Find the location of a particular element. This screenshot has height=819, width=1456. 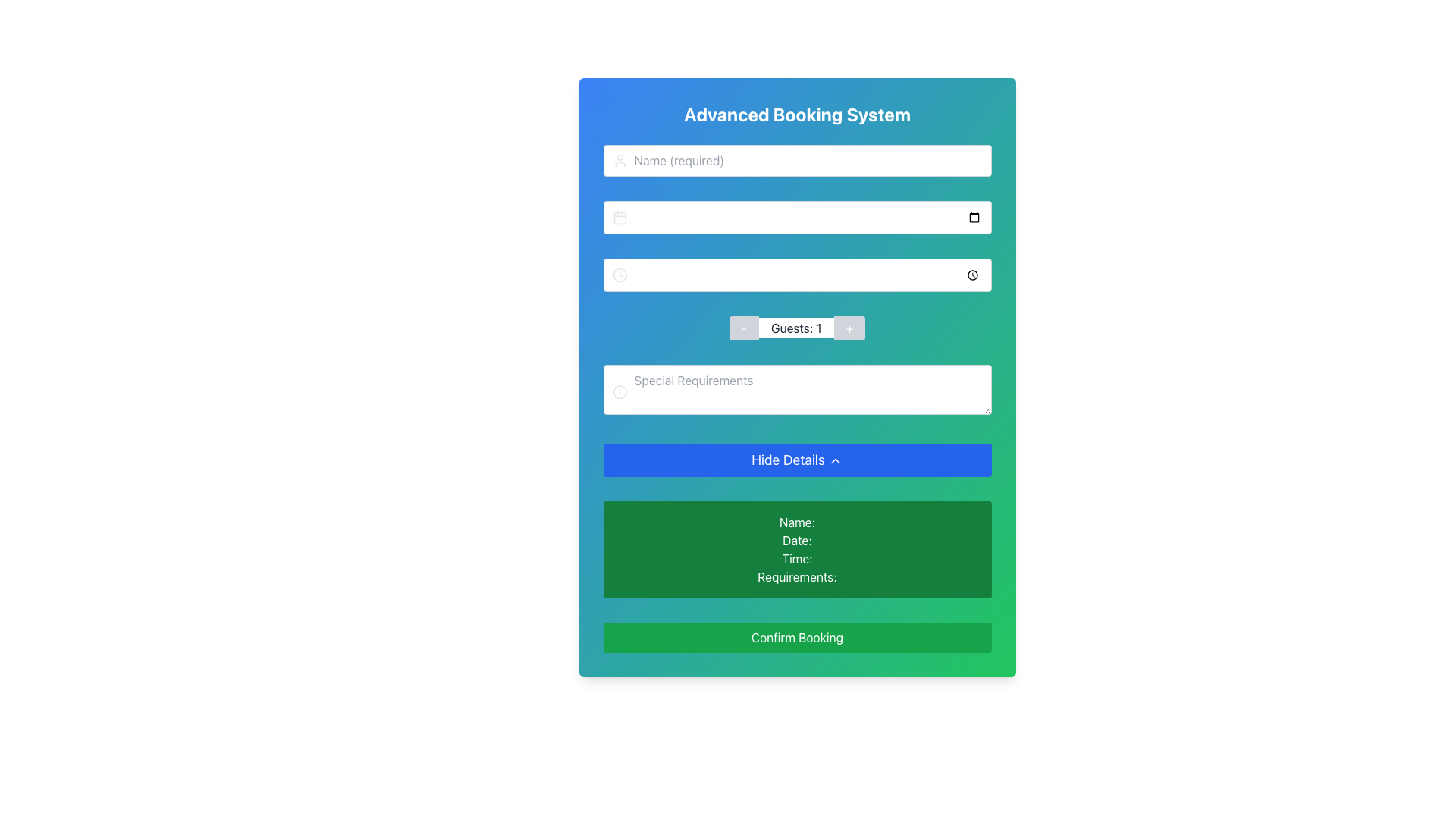

the upward-pointing chevron icon located on the right side of the 'Hide Details' button is located at coordinates (834, 460).